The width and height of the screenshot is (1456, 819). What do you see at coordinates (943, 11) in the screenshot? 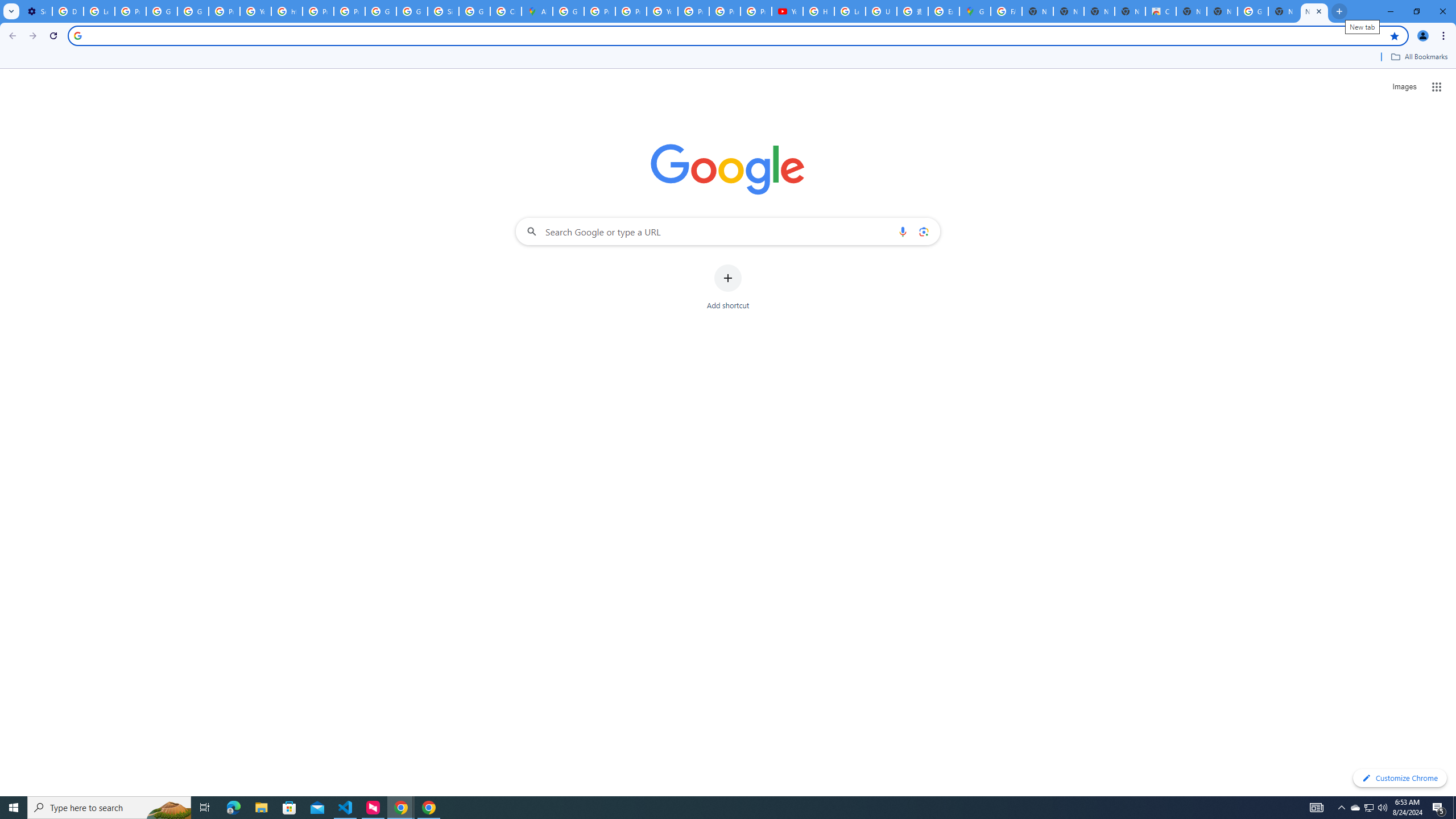
I see `'Explore new street-level details - Google Maps Help'` at bounding box center [943, 11].